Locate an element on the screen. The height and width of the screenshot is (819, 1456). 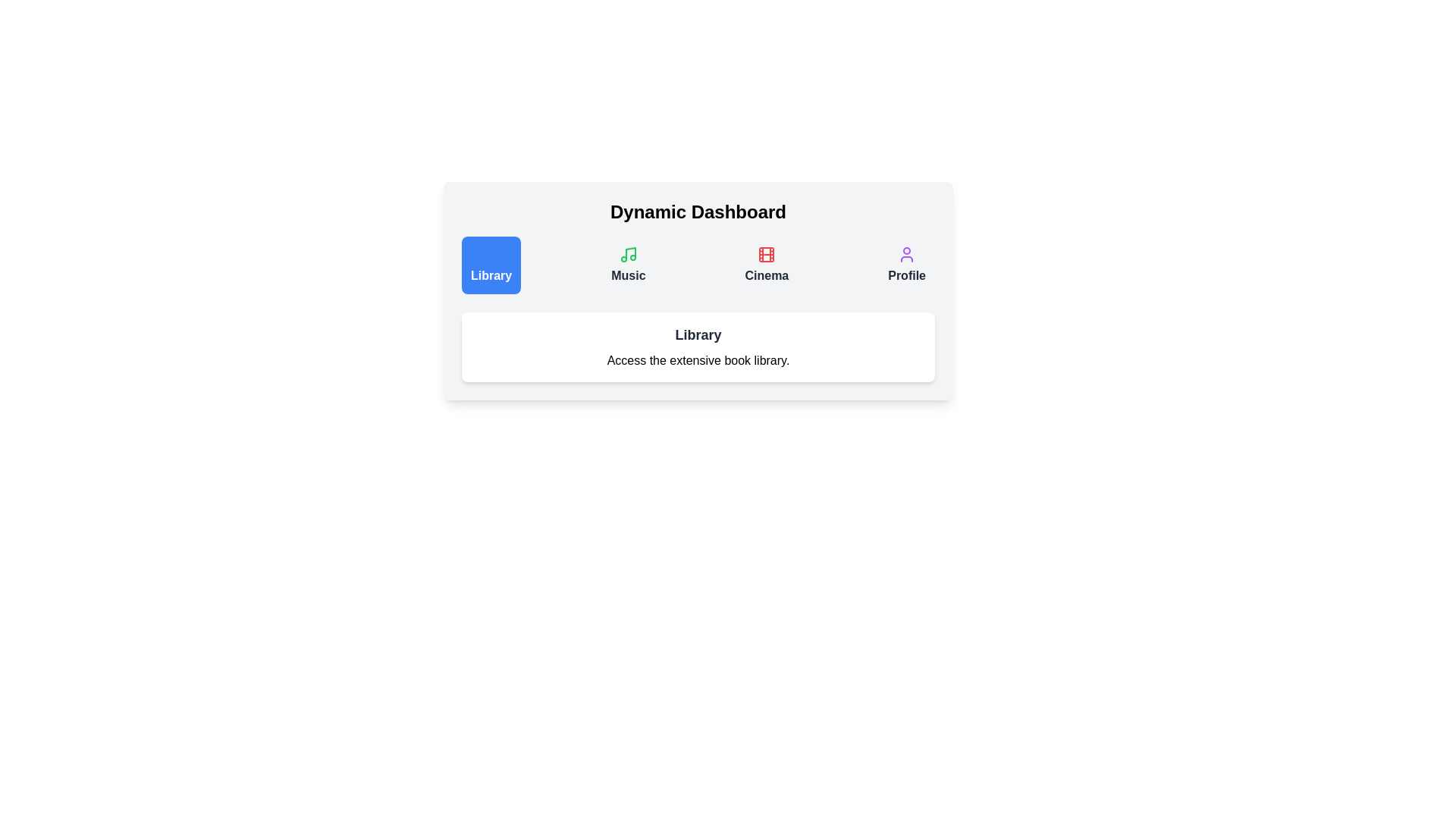
the tab button labeled Cinema to switch to that tab is located at coordinates (767, 265).